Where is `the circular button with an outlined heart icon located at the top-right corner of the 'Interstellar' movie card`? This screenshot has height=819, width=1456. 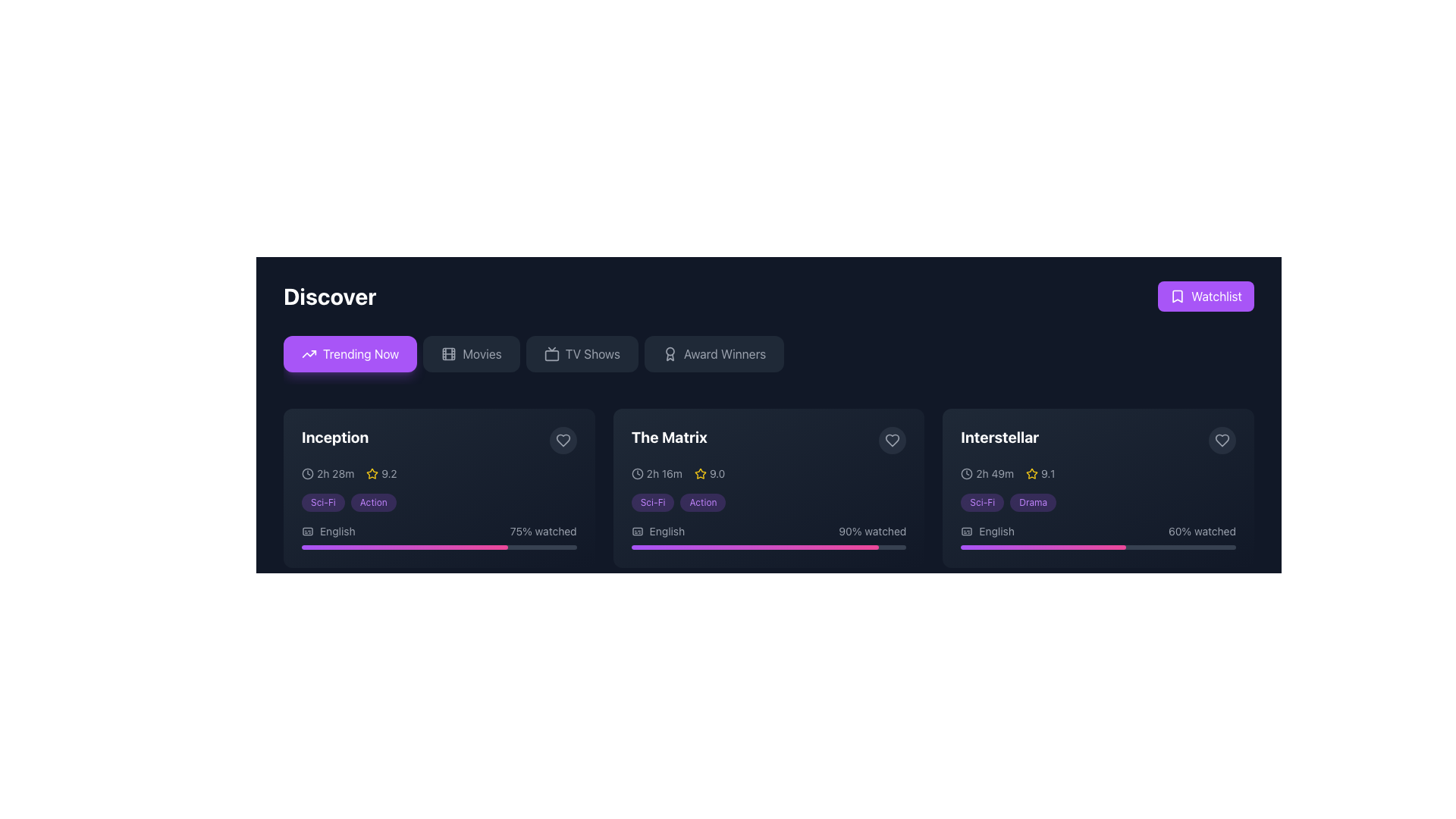
the circular button with an outlined heart icon located at the top-right corner of the 'Interstellar' movie card is located at coordinates (1222, 441).